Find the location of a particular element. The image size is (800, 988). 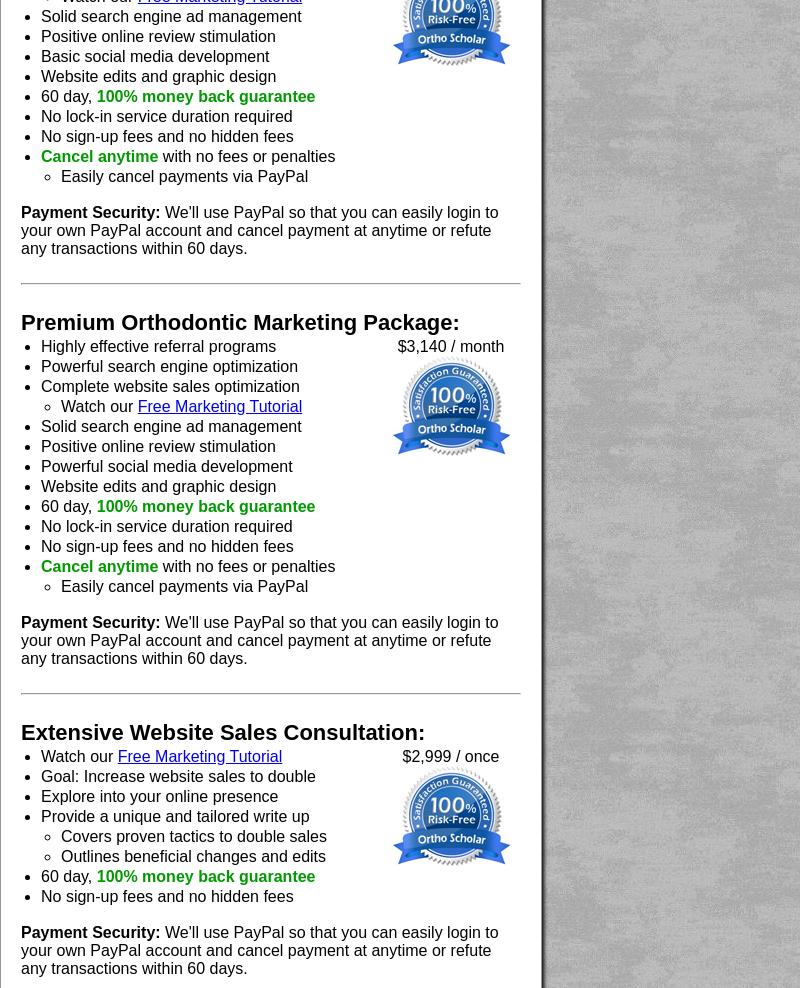

'Powerful search engine optimization' is located at coordinates (39, 366).